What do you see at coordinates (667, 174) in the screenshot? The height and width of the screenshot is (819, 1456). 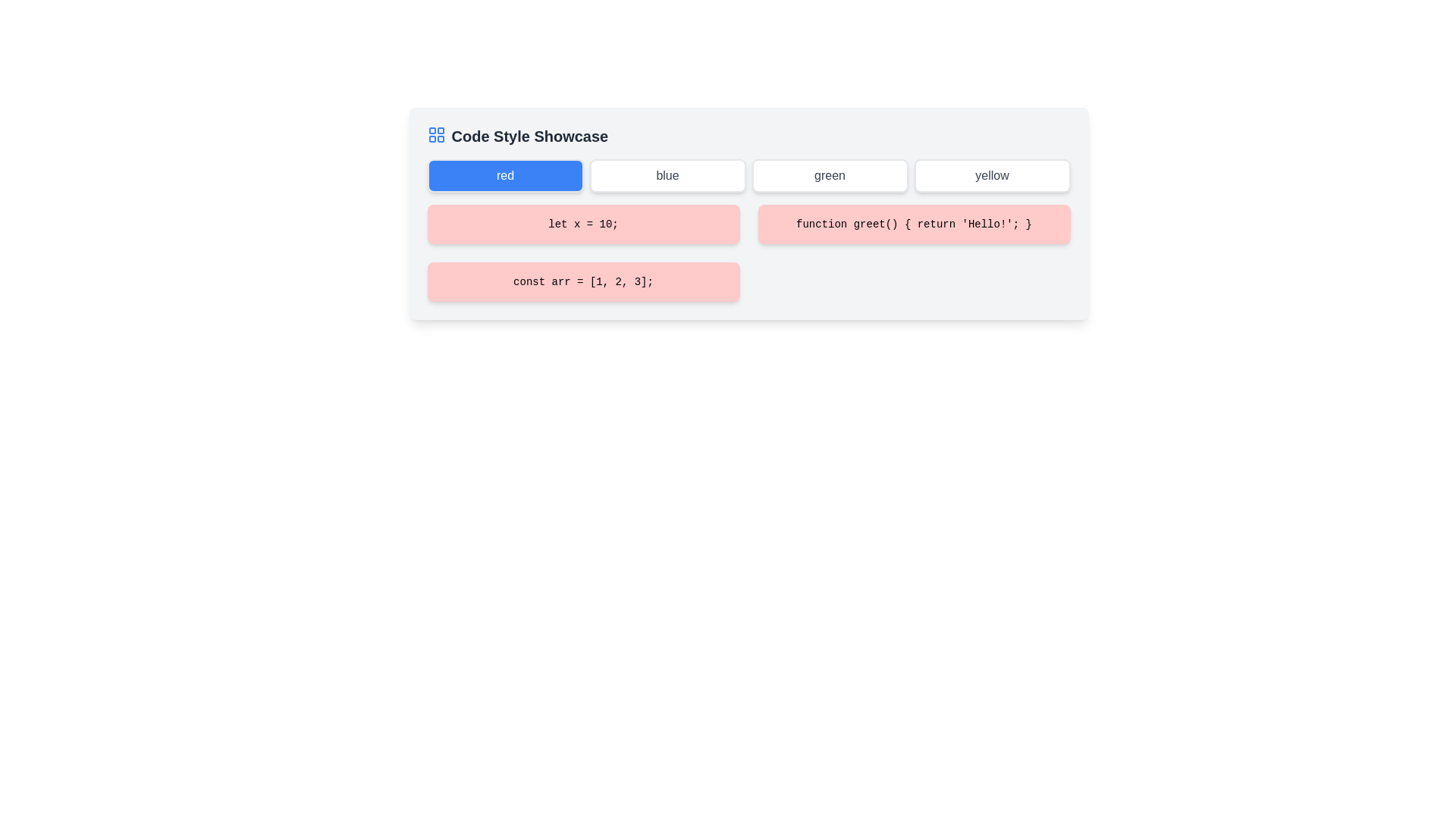 I see `the 'blue' button, which is a rectangular button with rounded corners and a white background` at bounding box center [667, 174].